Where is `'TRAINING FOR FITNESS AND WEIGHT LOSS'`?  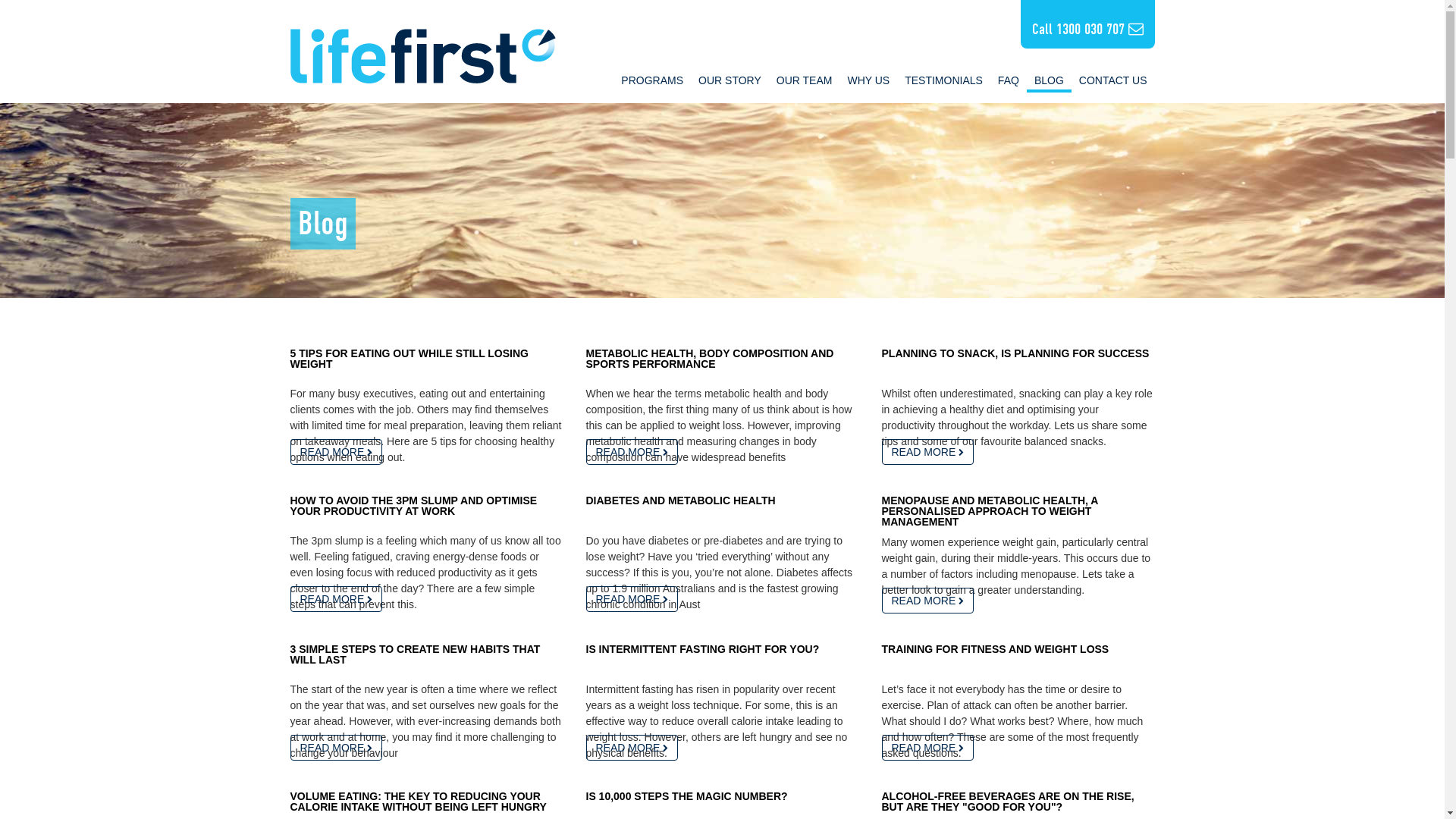
'TRAINING FOR FITNESS AND WEIGHT LOSS' is located at coordinates (994, 648).